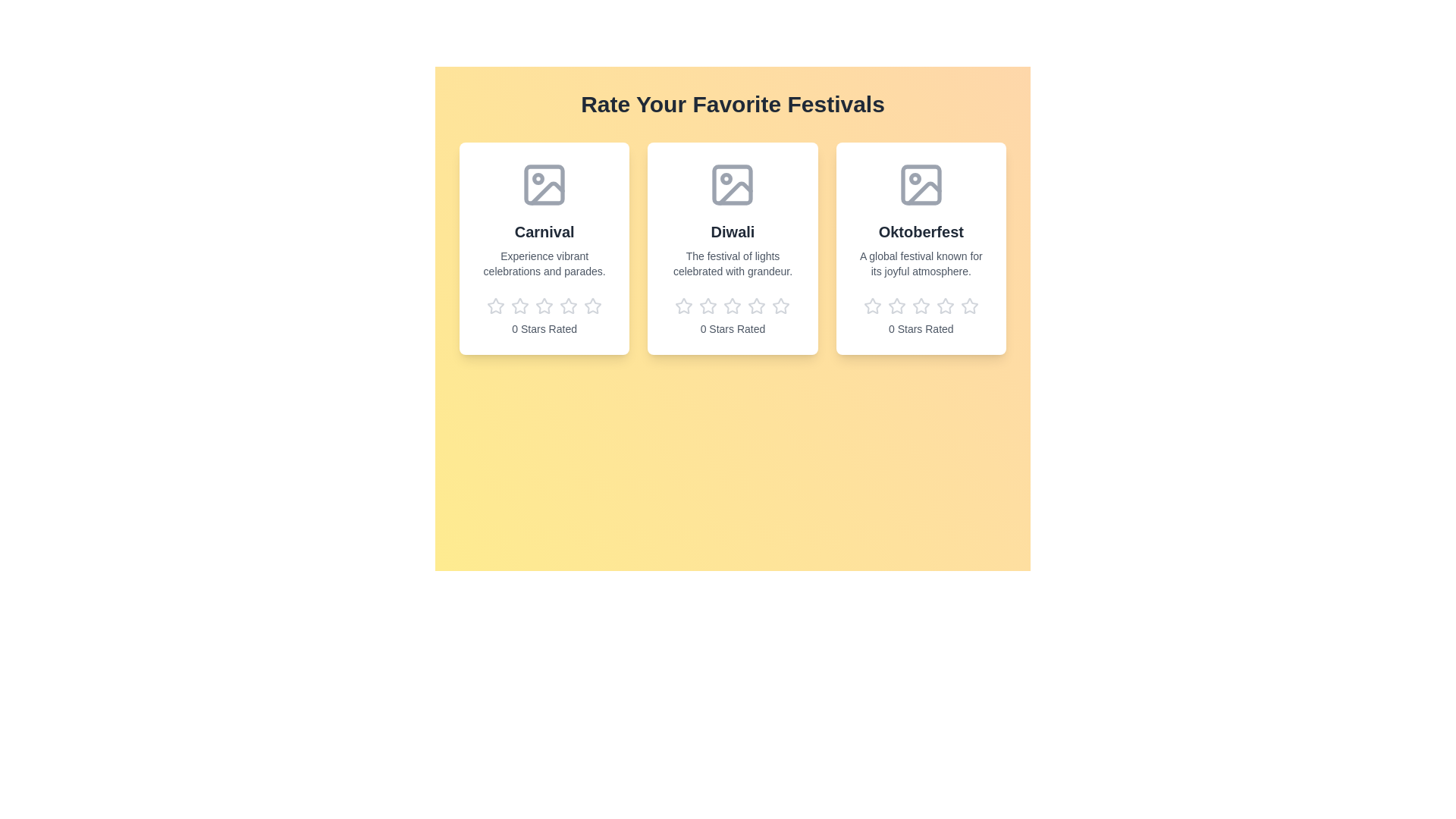  Describe the element at coordinates (920, 247) in the screenshot. I see `the festival card for Oktoberfest to observe hover effects` at that location.